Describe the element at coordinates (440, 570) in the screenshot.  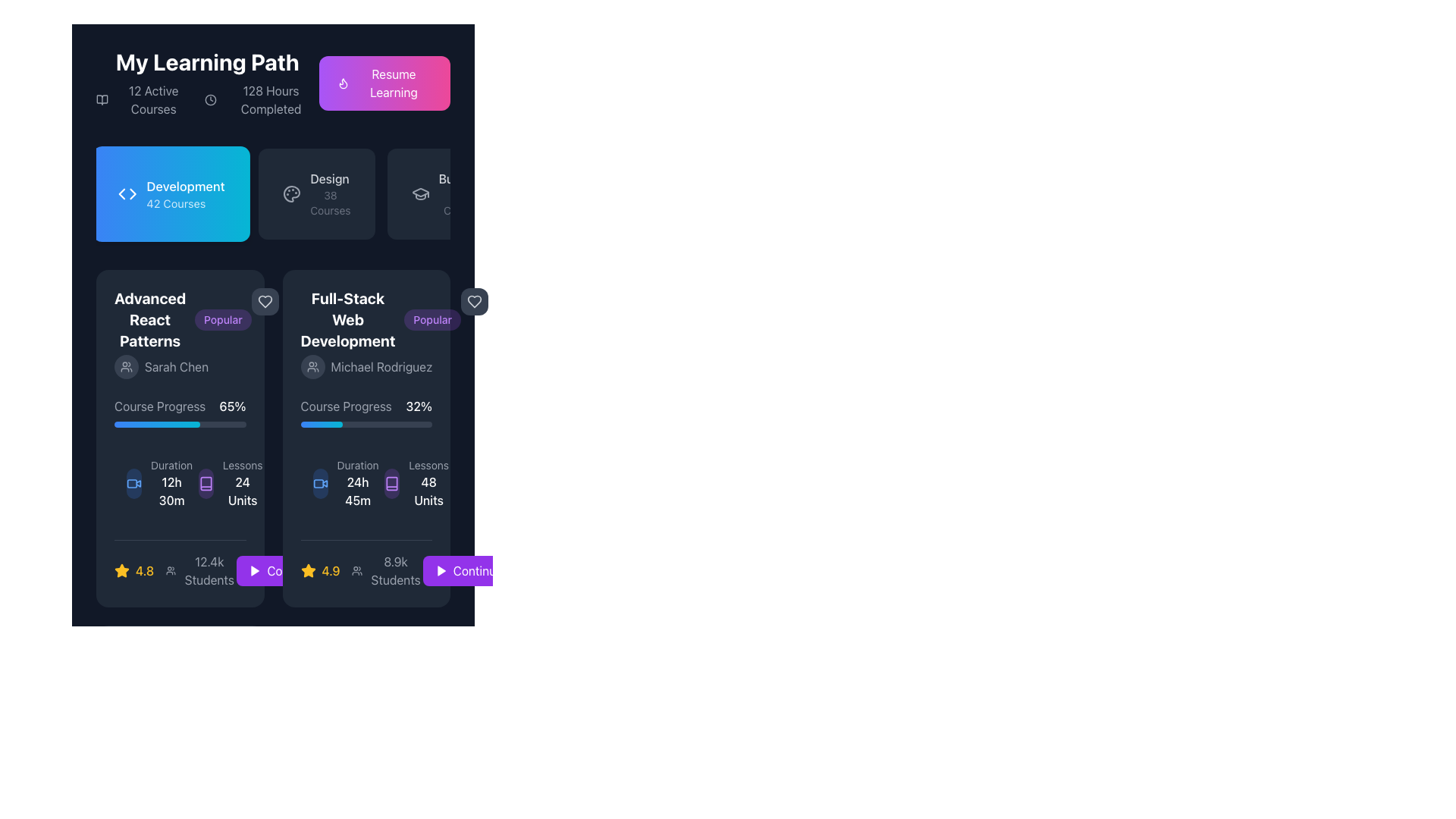
I see `the play icon located within the 'Continue' button at the bottom-right corner of the dark-themed card layout` at that location.